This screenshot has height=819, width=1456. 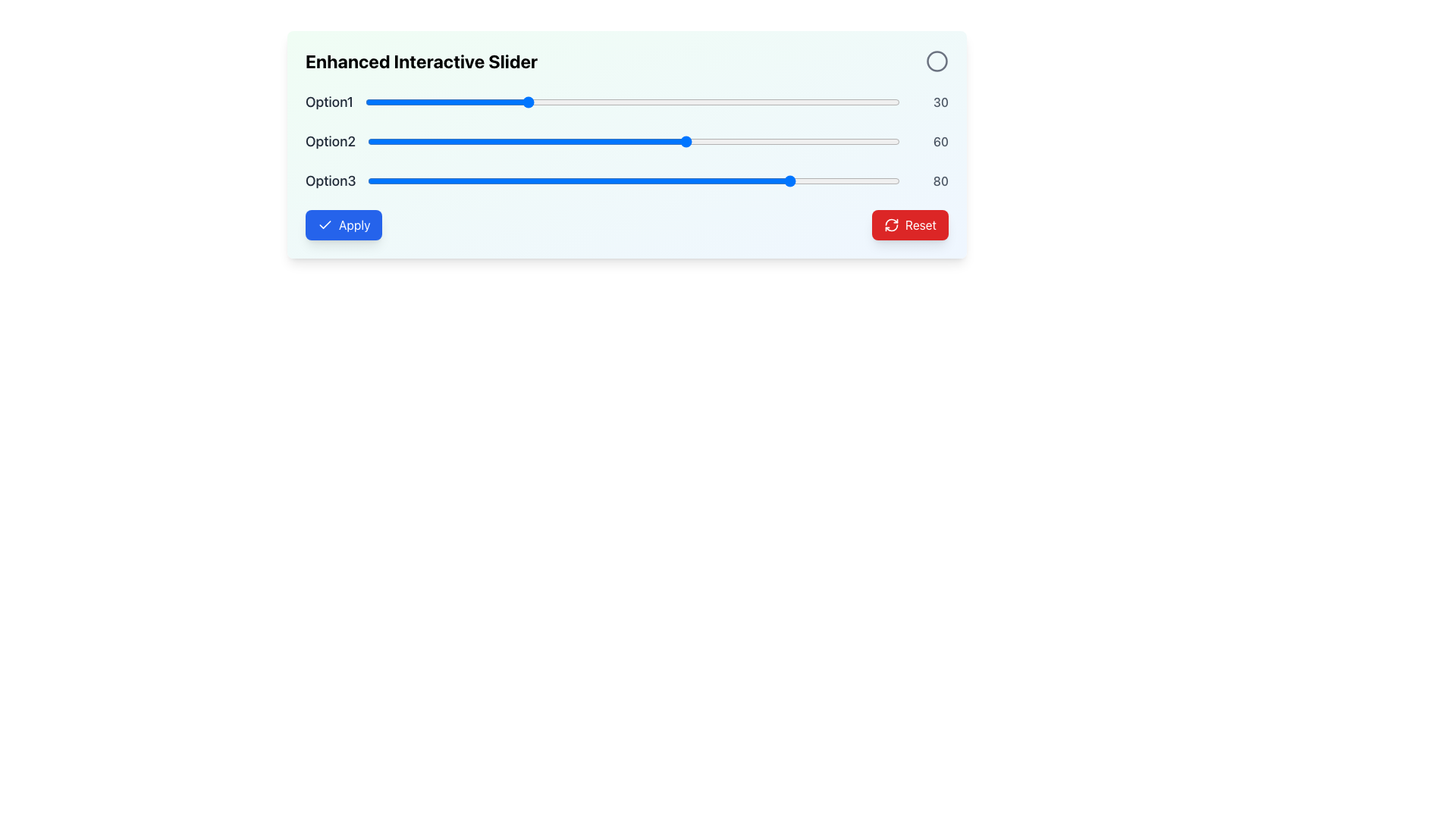 I want to click on the value of the slider, so click(x=526, y=102).